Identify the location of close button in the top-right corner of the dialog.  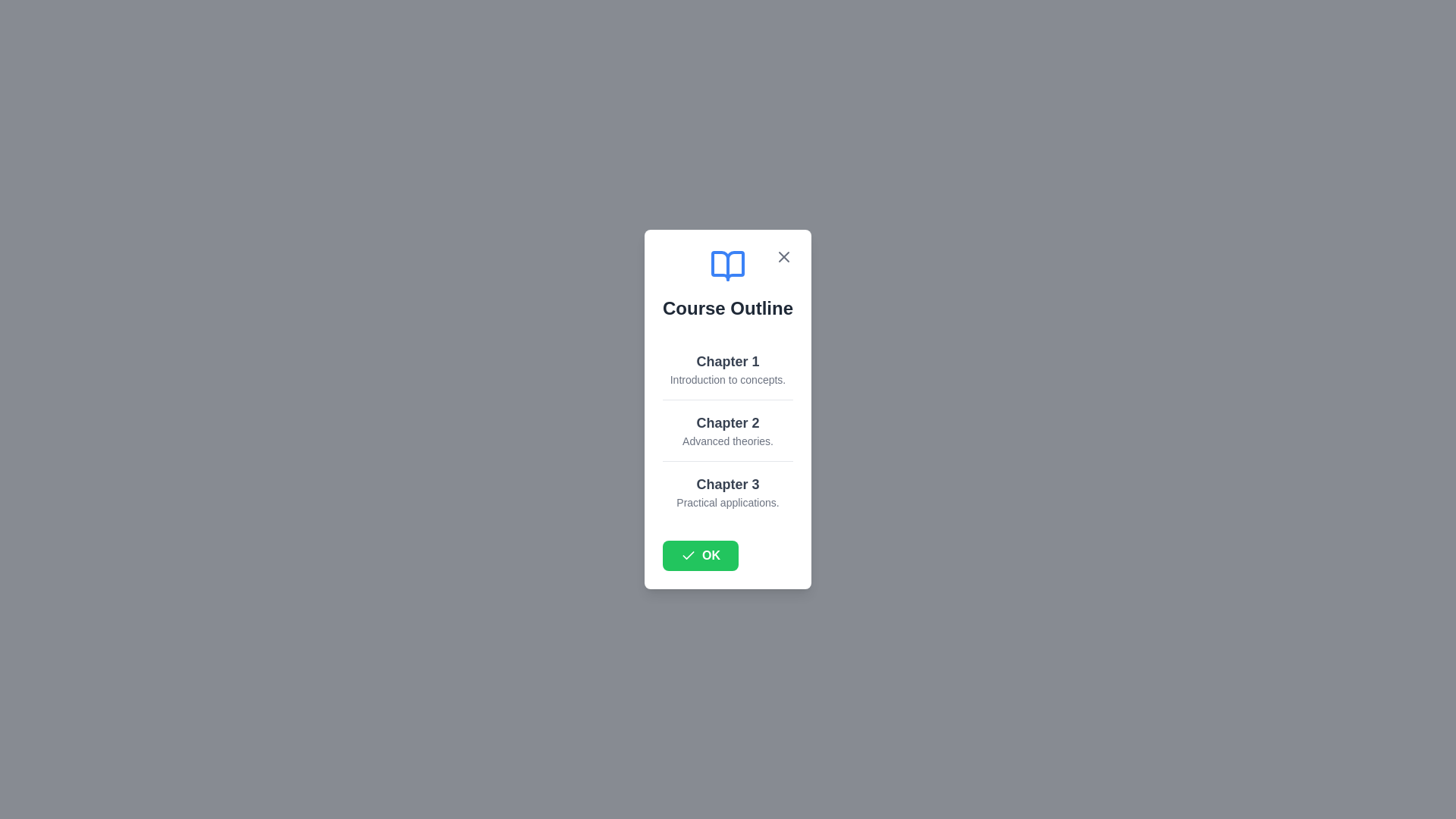
(784, 256).